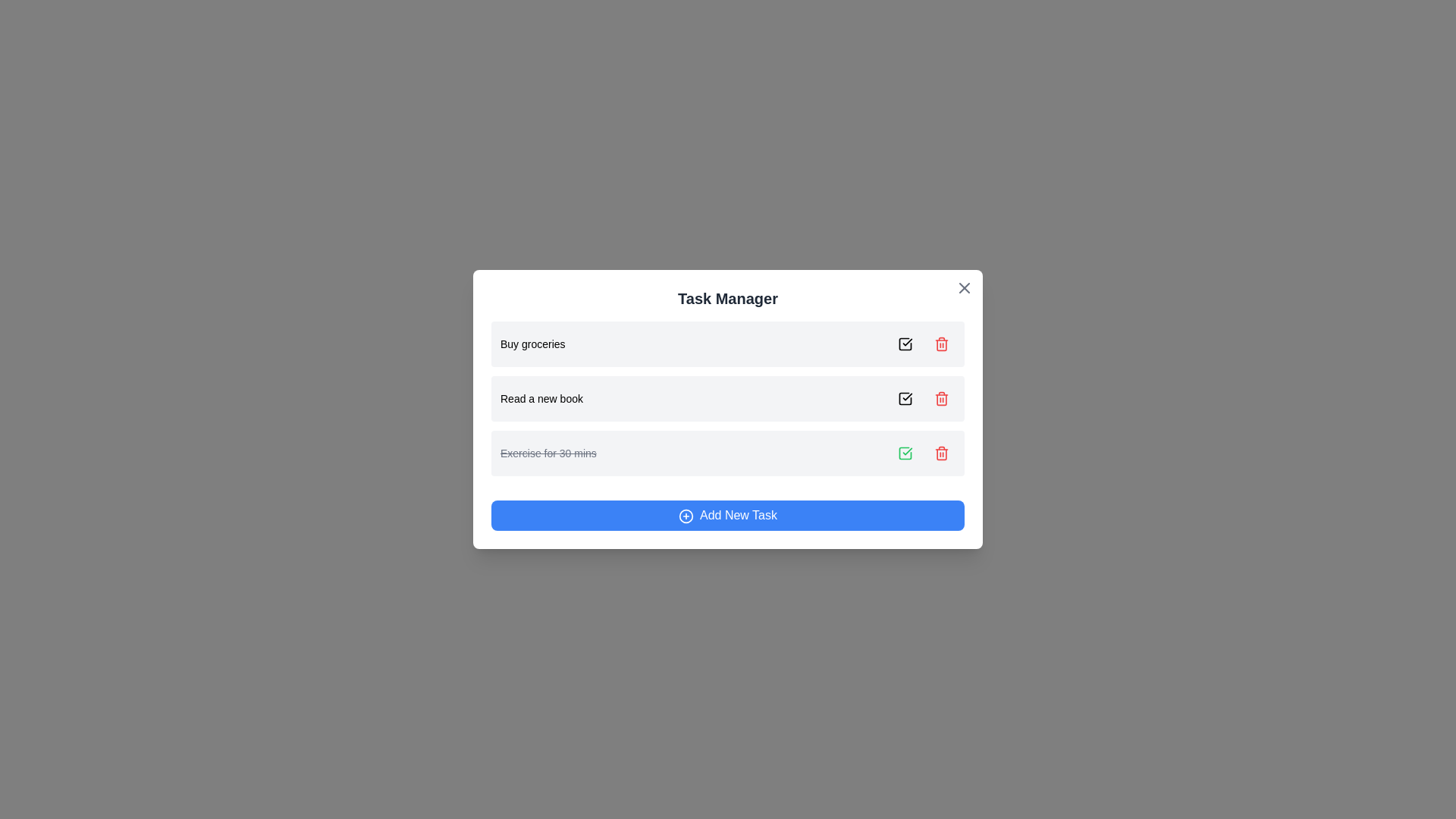  What do you see at coordinates (941, 397) in the screenshot?
I see `the delete icon located to the right of the checkbox for the task labeled 'Read a new book' in the Task Manager modal` at bounding box center [941, 397].